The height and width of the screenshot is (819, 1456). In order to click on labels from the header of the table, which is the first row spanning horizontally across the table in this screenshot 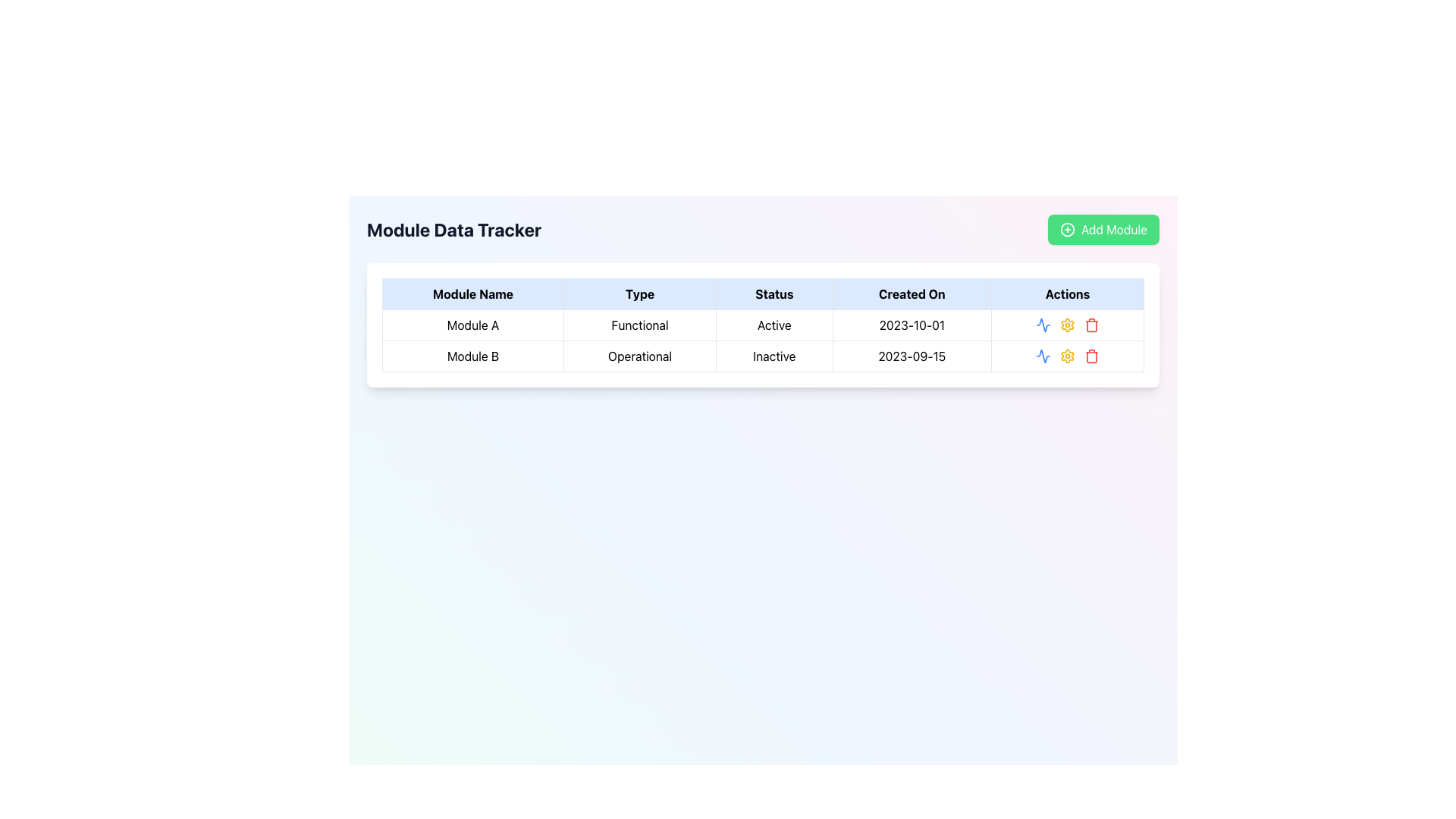, I will do `click(763, 294)`.